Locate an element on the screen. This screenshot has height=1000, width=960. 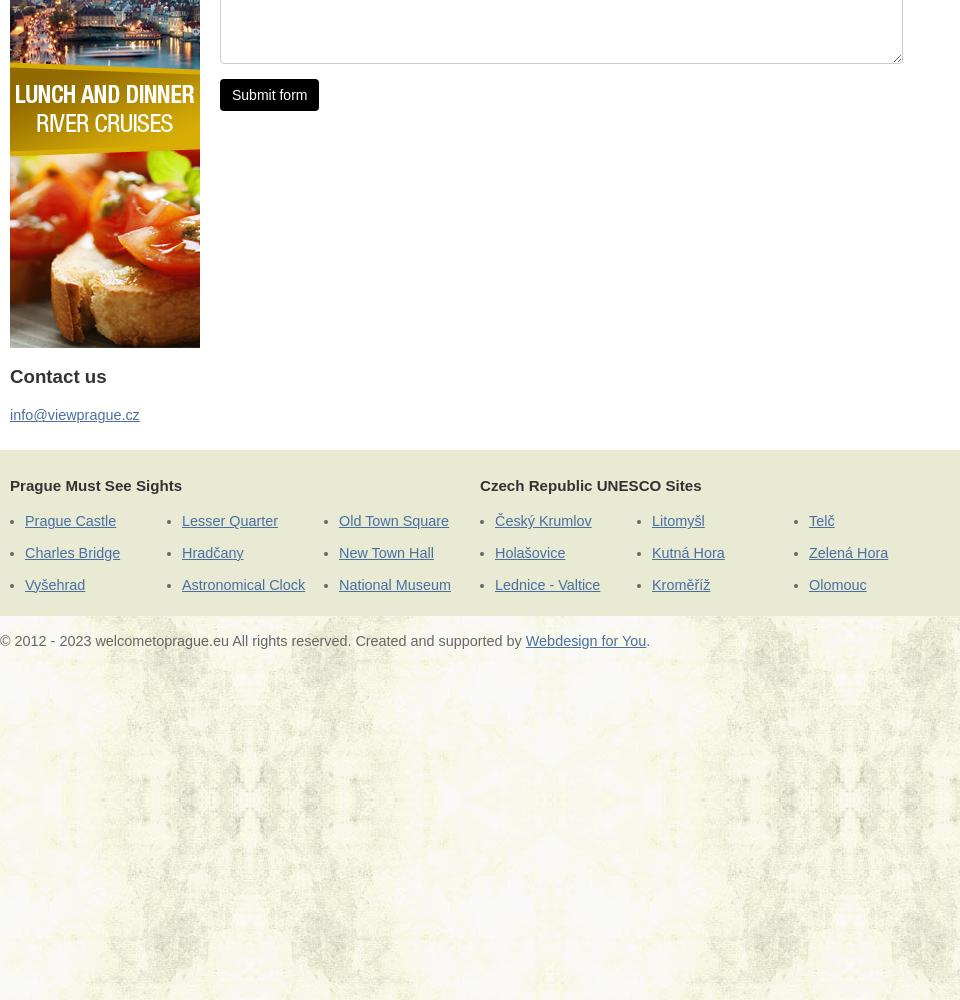
'Český Krumlov' is located at coordinates (493, 521).